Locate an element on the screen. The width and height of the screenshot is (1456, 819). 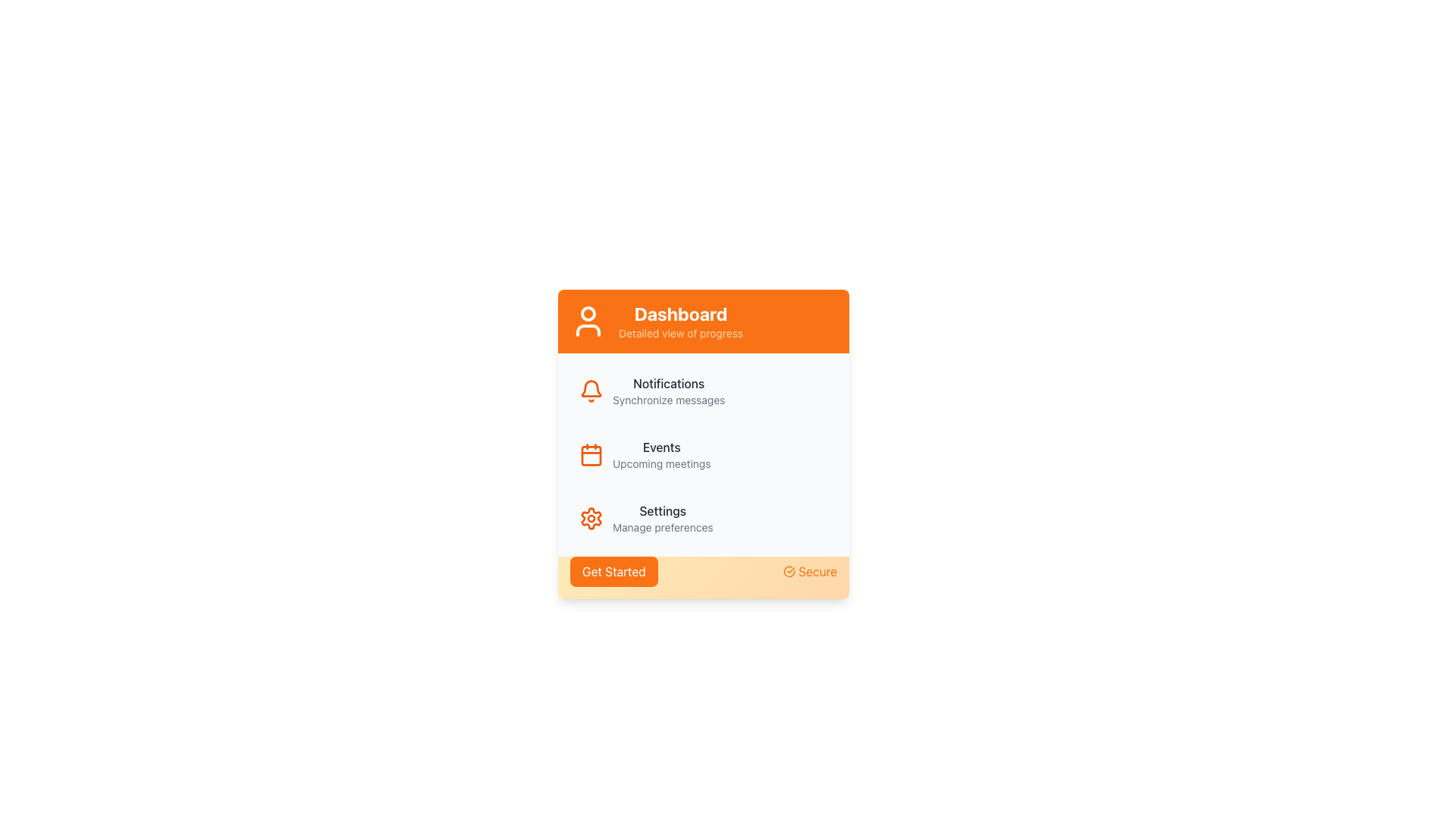
the second item in the vertical list of notifications within the light gray section of the orange-rounded dashboard widget to interact or navigate is located at coordinates (702, 454).